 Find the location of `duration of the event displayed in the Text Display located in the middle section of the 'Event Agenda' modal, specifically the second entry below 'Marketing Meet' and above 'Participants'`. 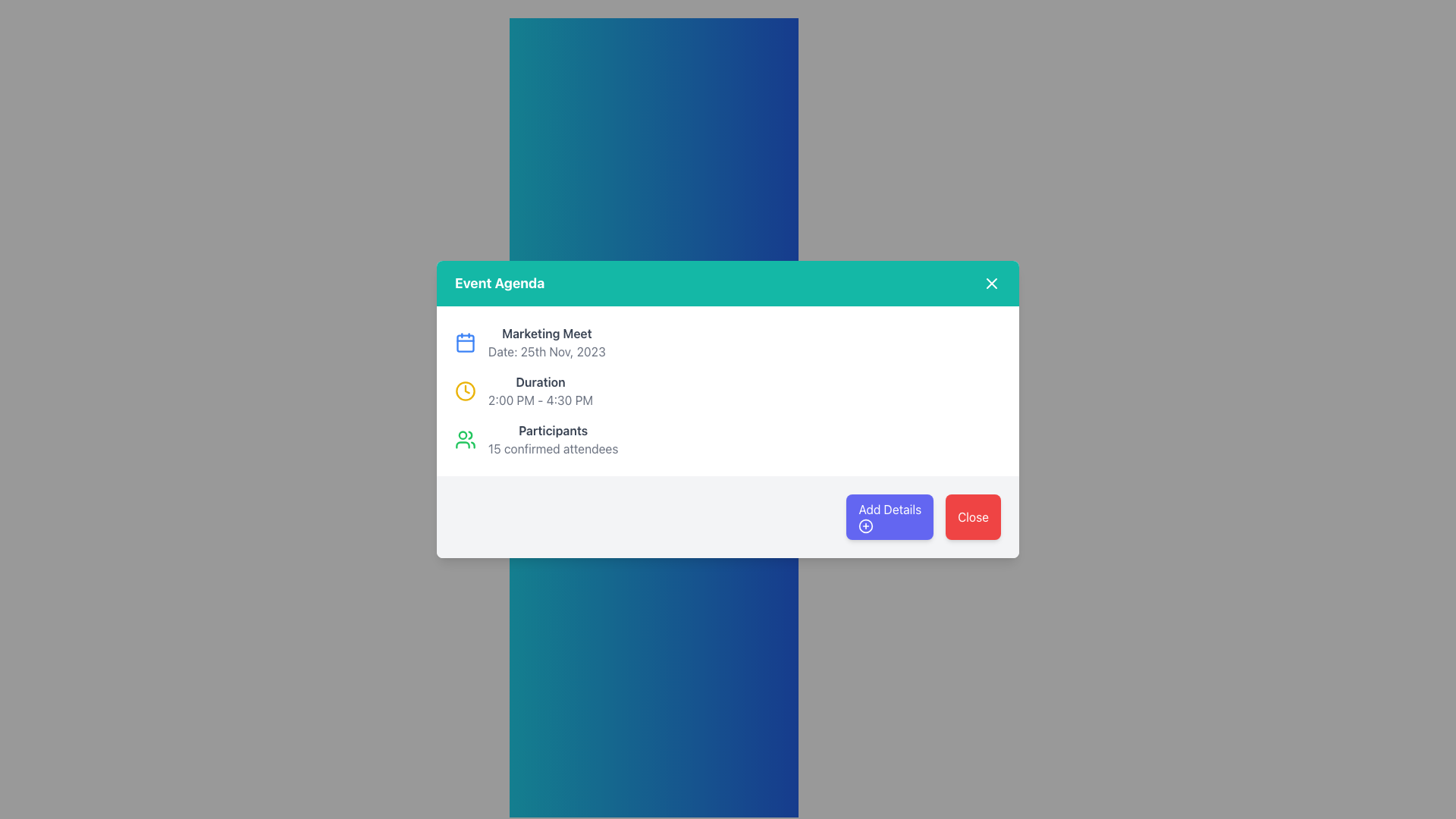

duration of the event displayed in the Text Display located in the middle section of the 'Event Agenda' modal, specifically the second entry below 'Marketing Meet' and above 'Participants' is located at coordinates (541, 391).